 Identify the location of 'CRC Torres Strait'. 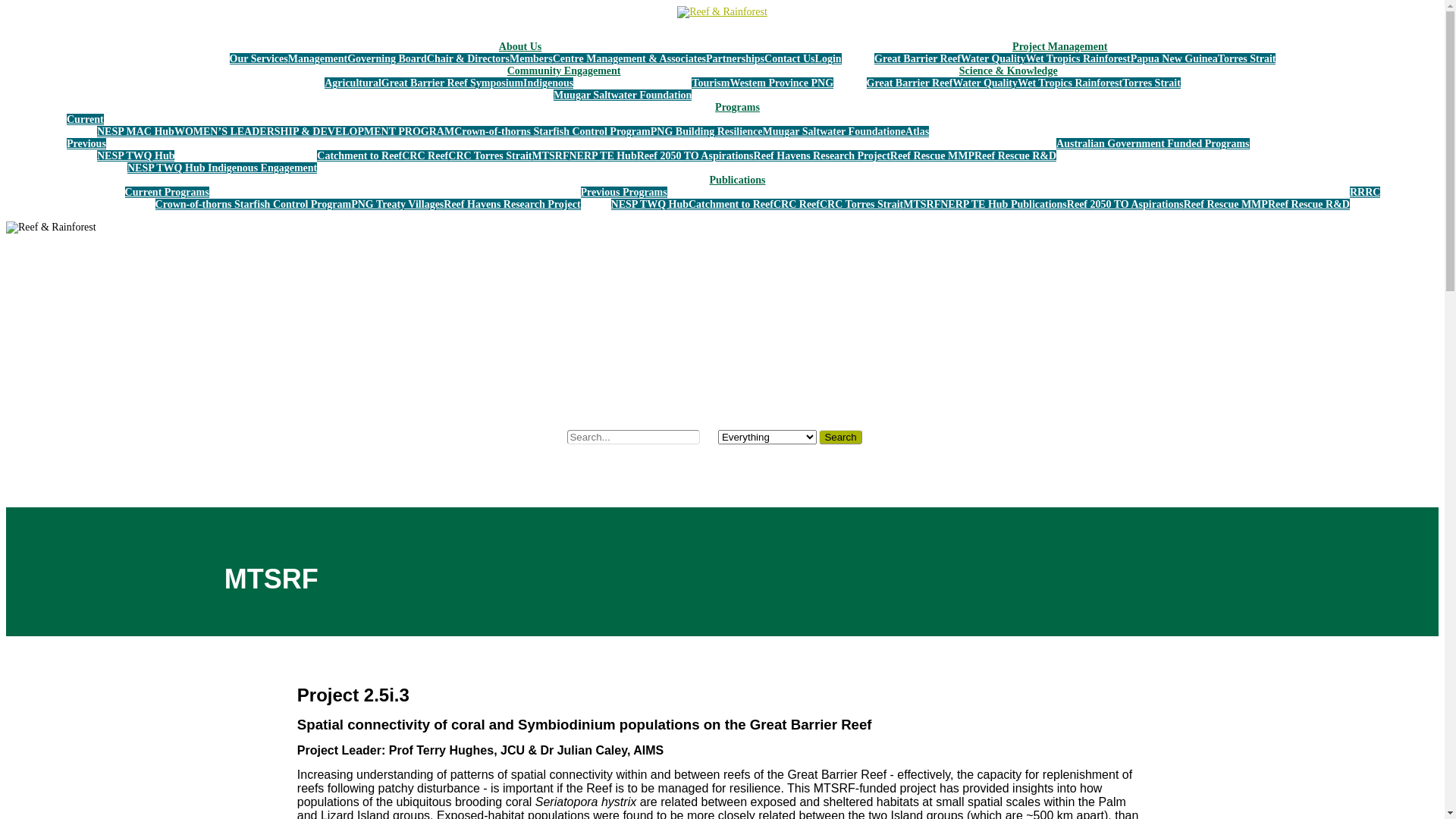
(490, 155).